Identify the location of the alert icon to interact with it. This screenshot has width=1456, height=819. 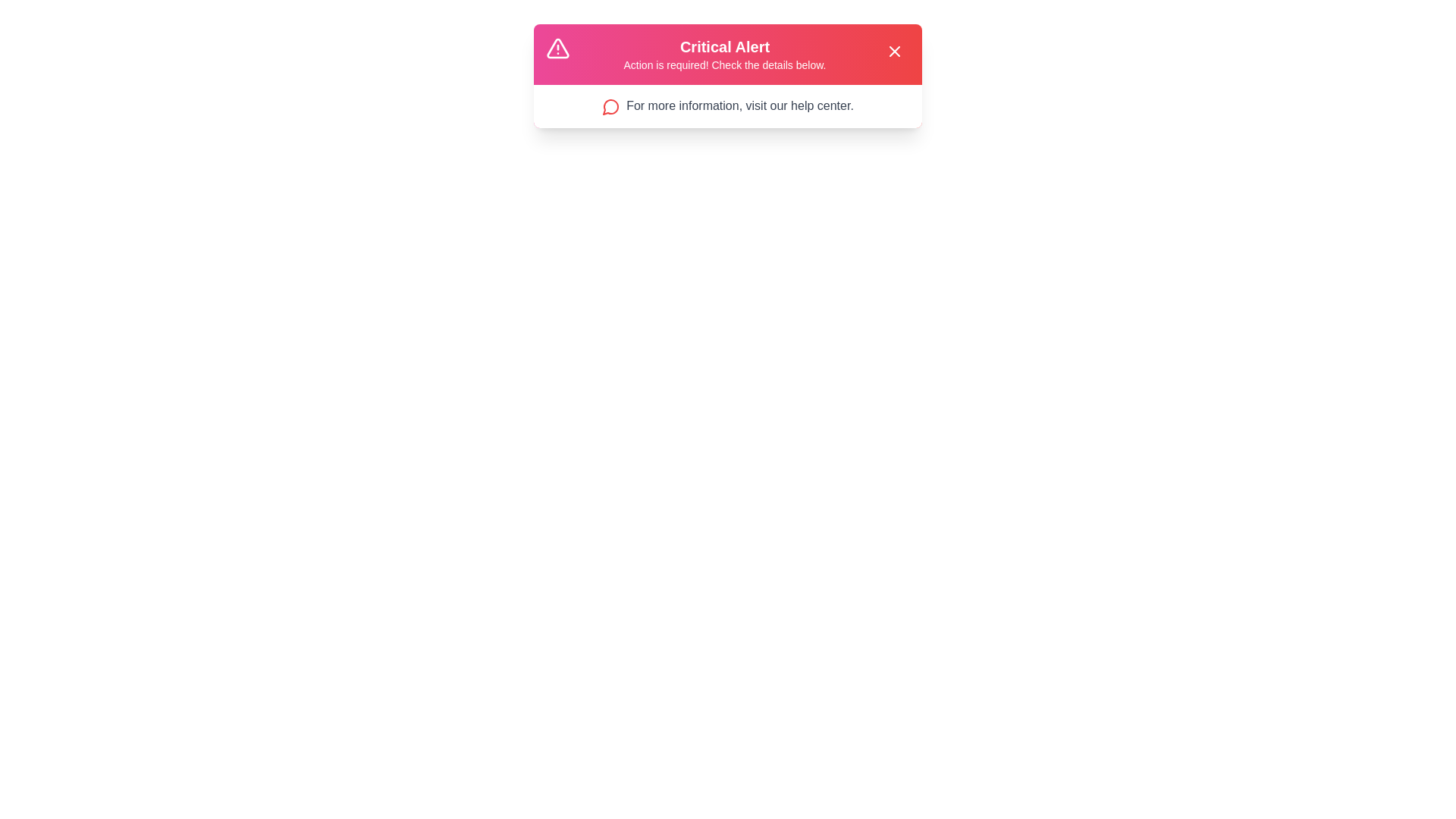
(557, 48).